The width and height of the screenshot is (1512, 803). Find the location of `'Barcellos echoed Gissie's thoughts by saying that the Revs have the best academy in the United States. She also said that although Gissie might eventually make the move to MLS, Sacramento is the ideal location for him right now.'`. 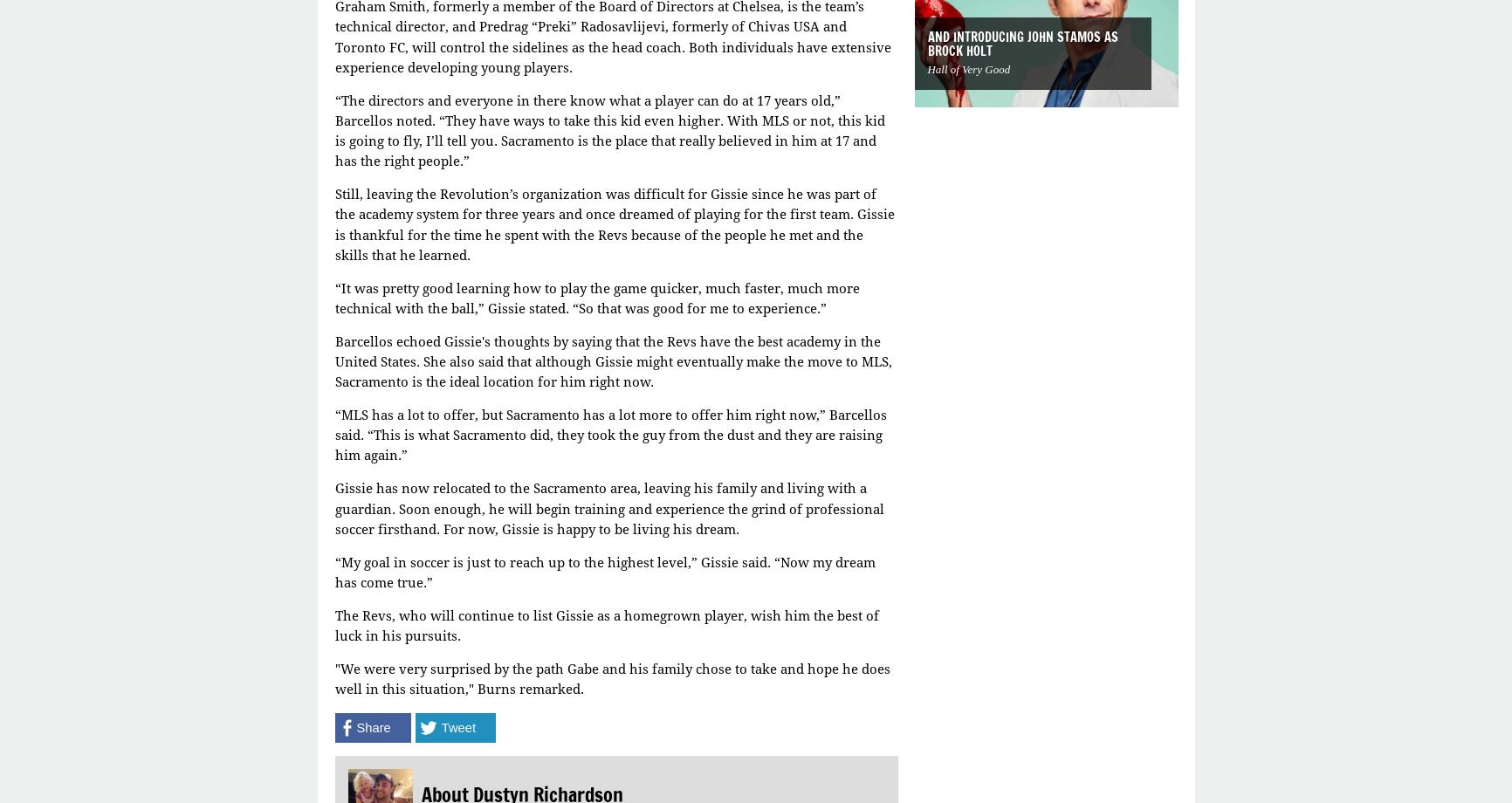

'Barcellos echoed Gissie's thoughts by saying that the Revs have the best academy in the United States. She also said that although Gissie might eventually make the move to MLS, Sacramento is the ideal location for him right now.' is located at coordinates (611, 360).